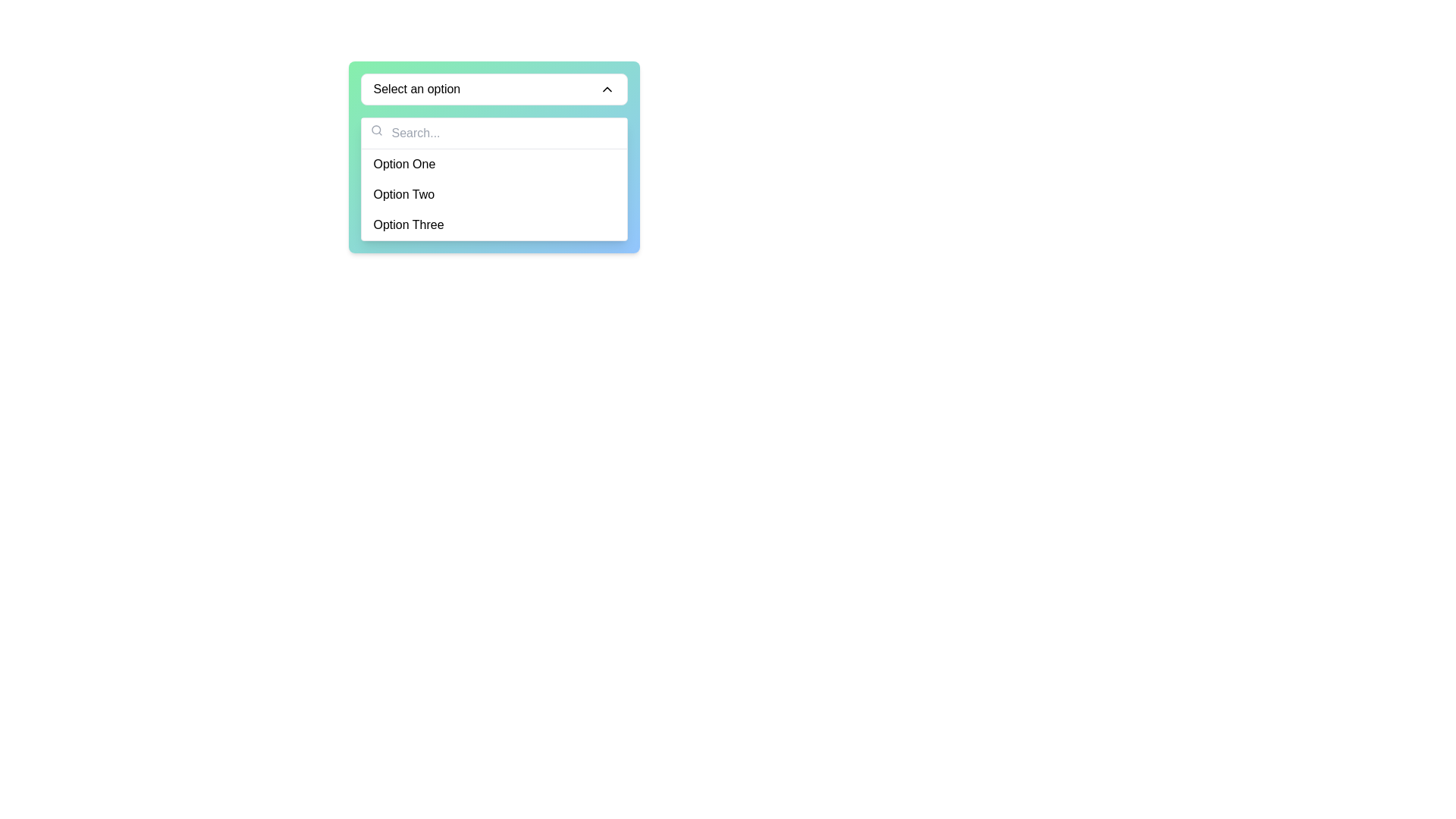 The width and height of the screenshot is (1456, 819). I want to click on the text label 'Option Three' within the dropdown menu, so click(409, 225).